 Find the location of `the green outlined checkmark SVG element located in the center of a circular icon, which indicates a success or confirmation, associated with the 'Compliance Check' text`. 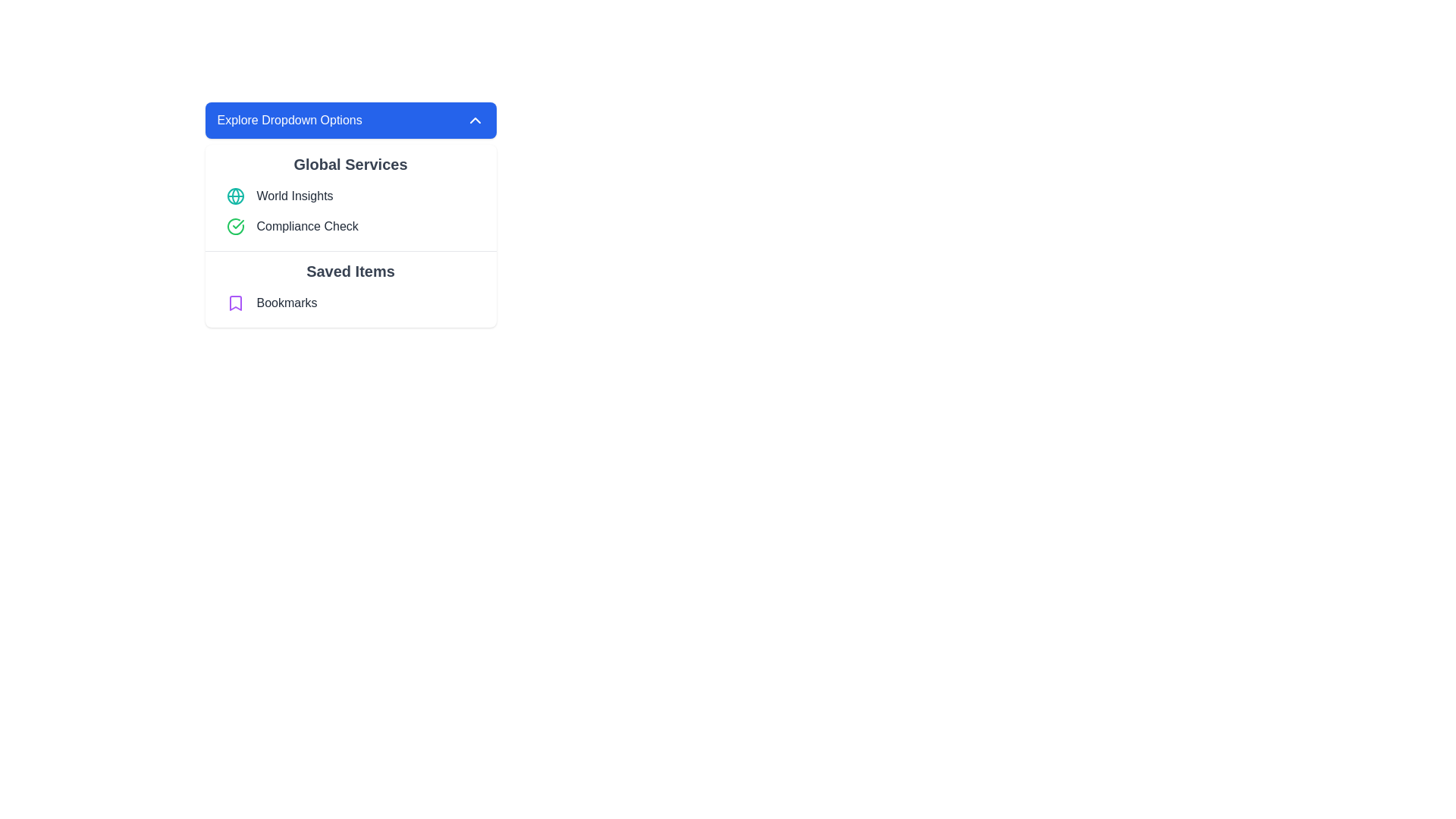

the green outlined checkmark SVG element located in the center of a circular icon, which indicates a success or confirmation, associated with the 'Compliance Check' text is located at coordinates (237, 224).